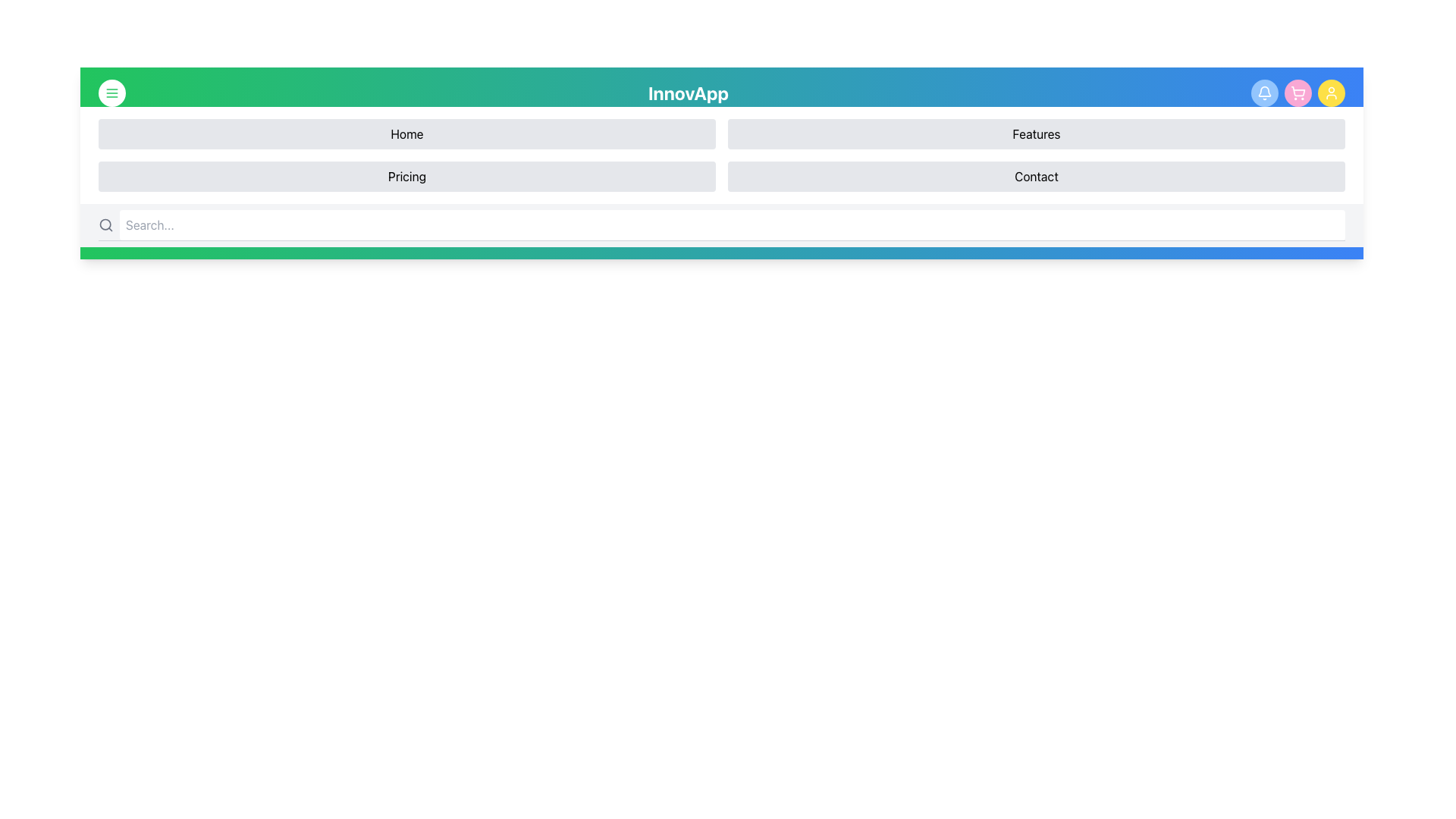  What do you see at coordinates (111, 93) in the screenshot?
I see `the menu button located on the upper-left corner of the header bar, to the left of the text 'InnovApp'` at bounding box center [111, 93].